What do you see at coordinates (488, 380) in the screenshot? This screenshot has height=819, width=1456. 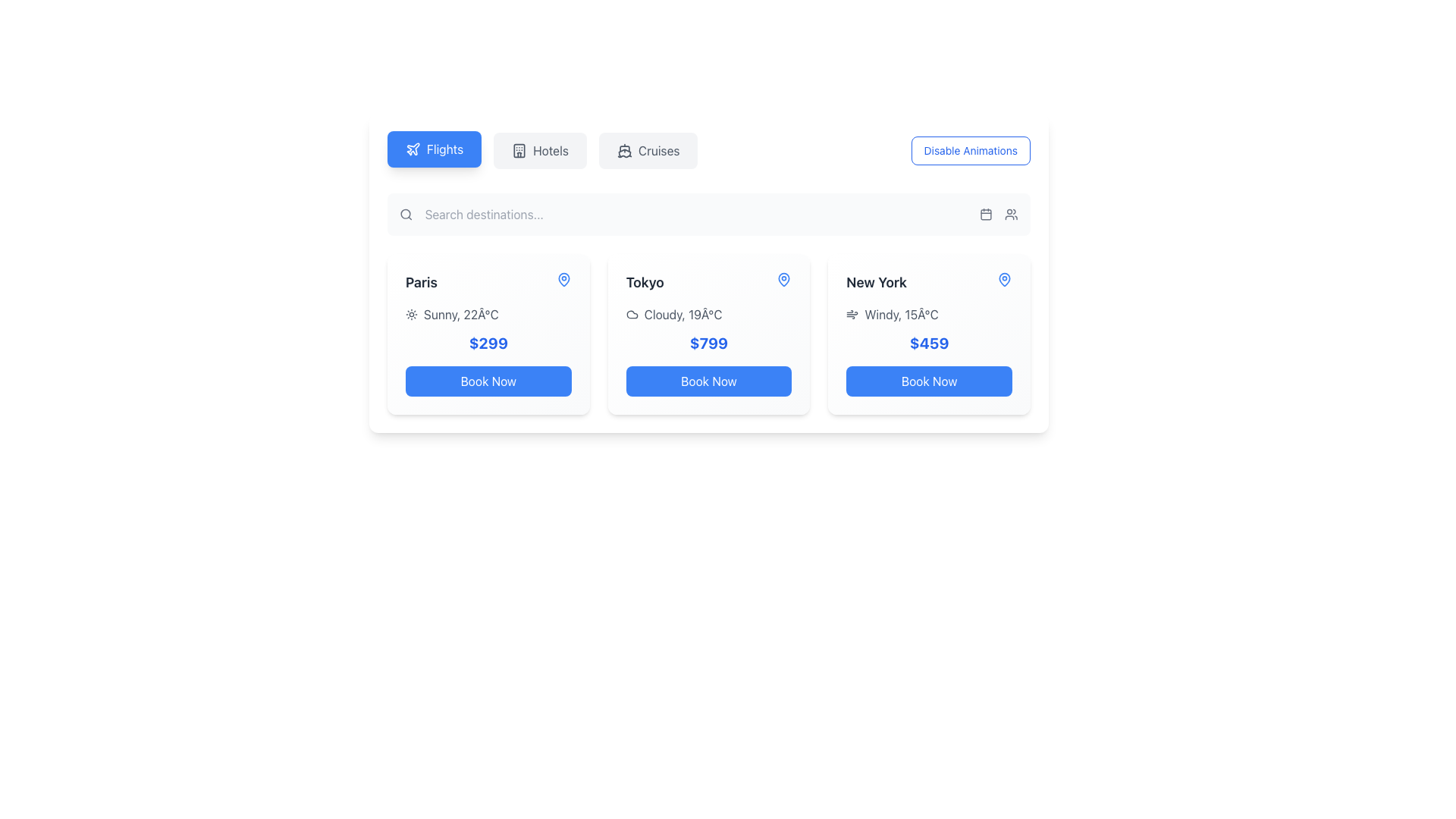 I see `the button that initiates the booking process for the Paris offer` at bounding box center [488, 380].